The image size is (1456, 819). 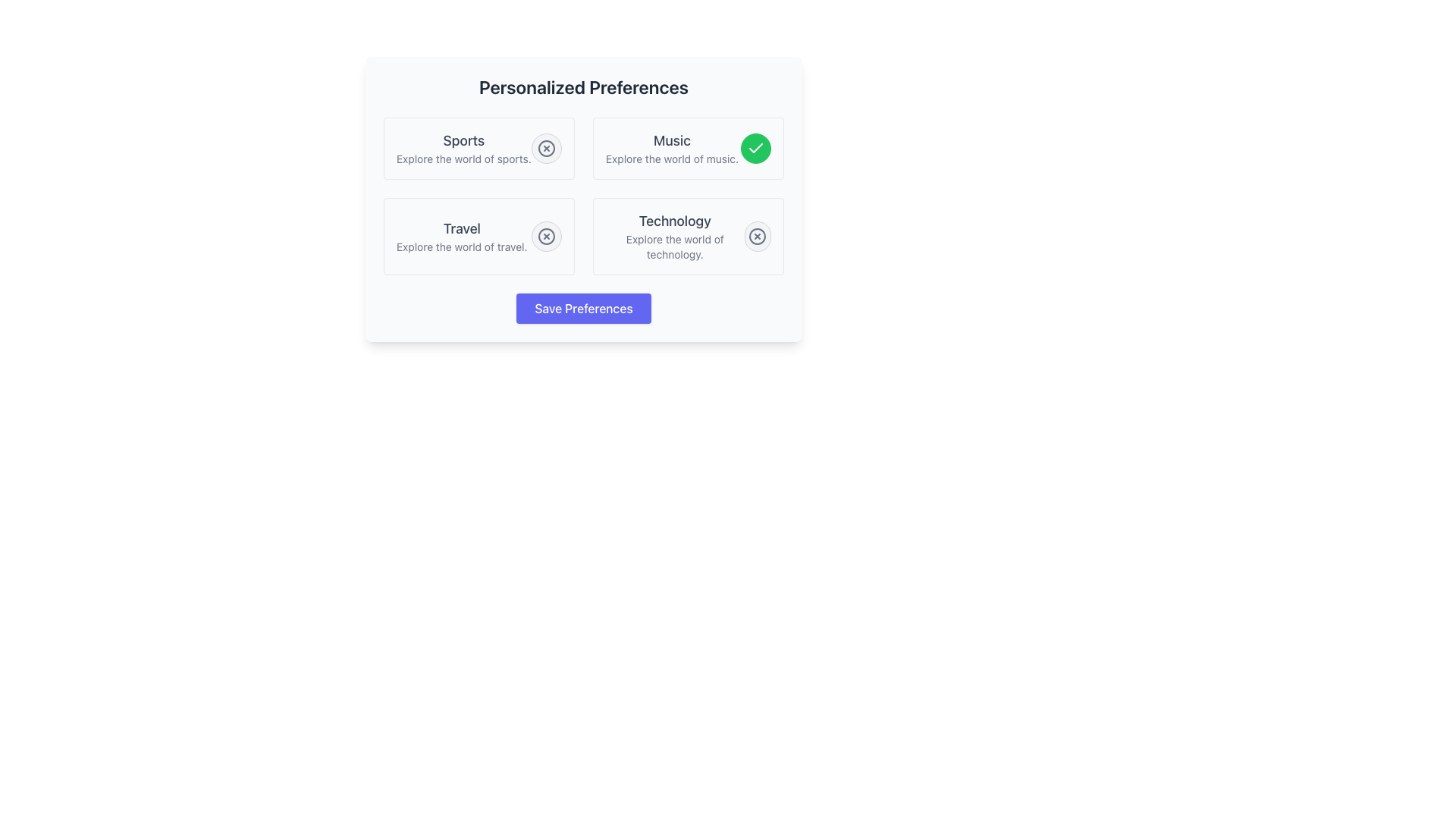 I want to click on the checkmark icon in the top-right corner of the 'Music' preference option to indicate selection, so click(x=756, y=148).